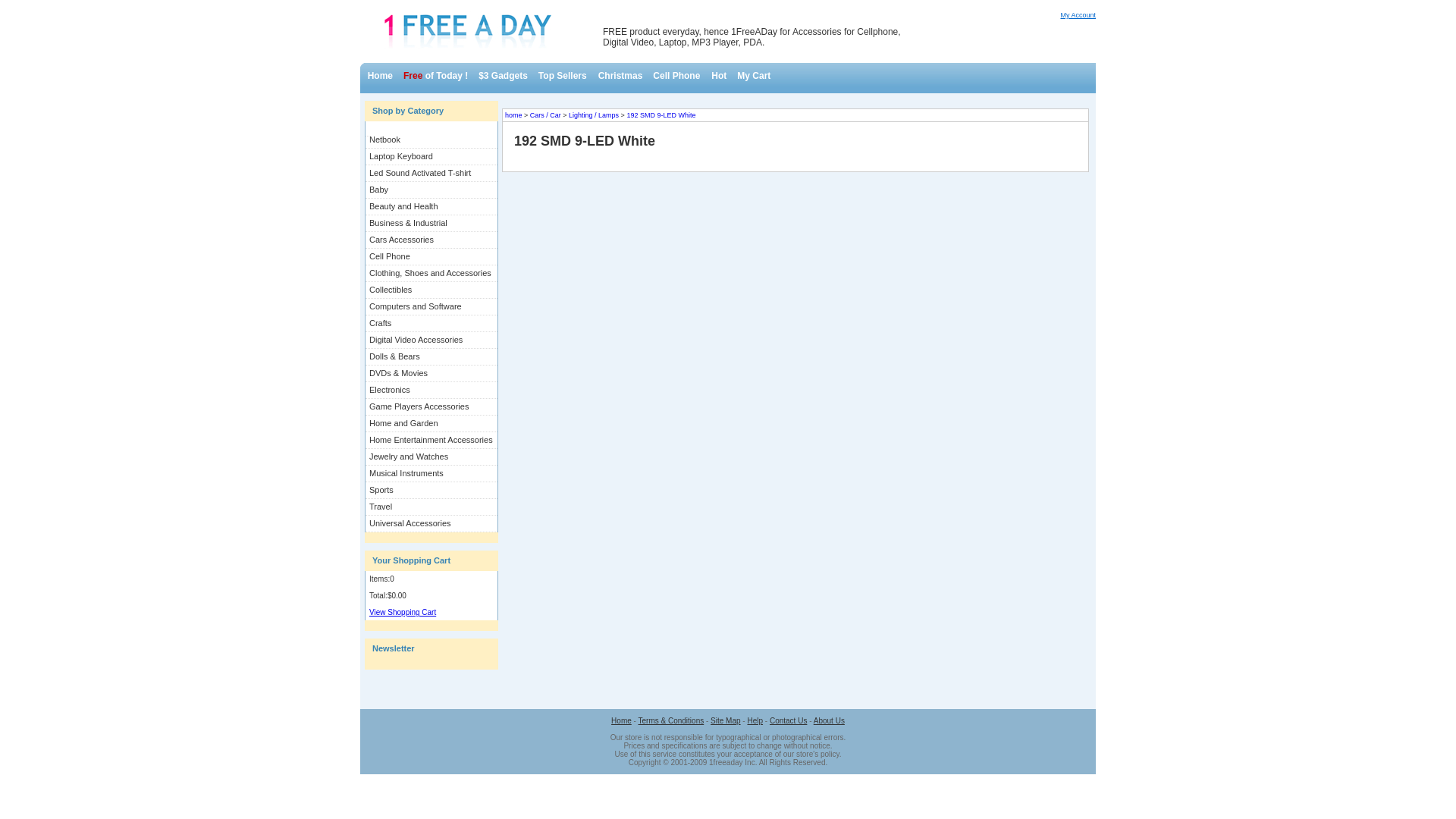  Describe the element at coordinates (432, 189) in the screenshot. I see `'Baby'` at that location.